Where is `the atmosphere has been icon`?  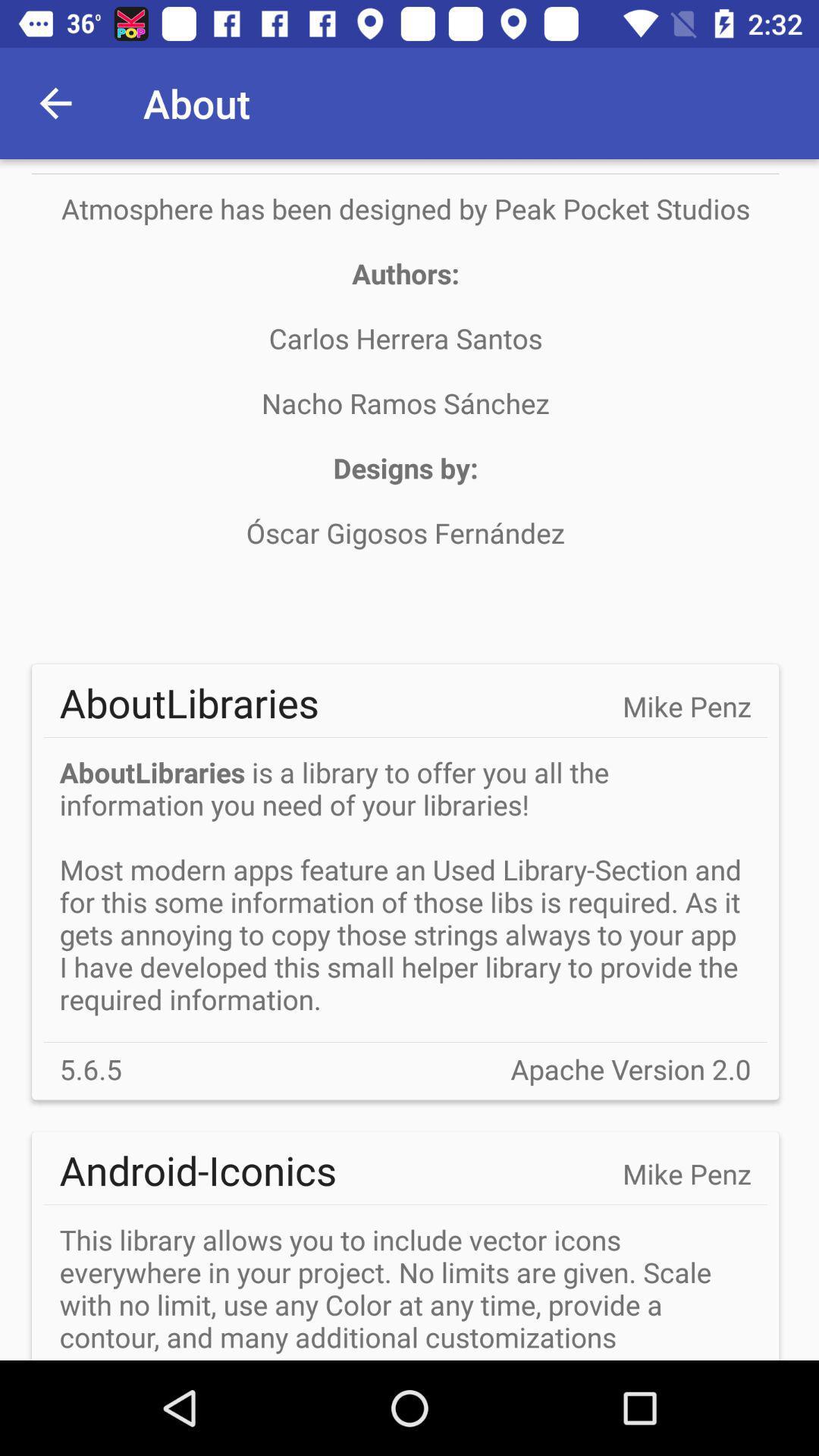
the atmosphere has been icon is located at coordinates (404, 403).